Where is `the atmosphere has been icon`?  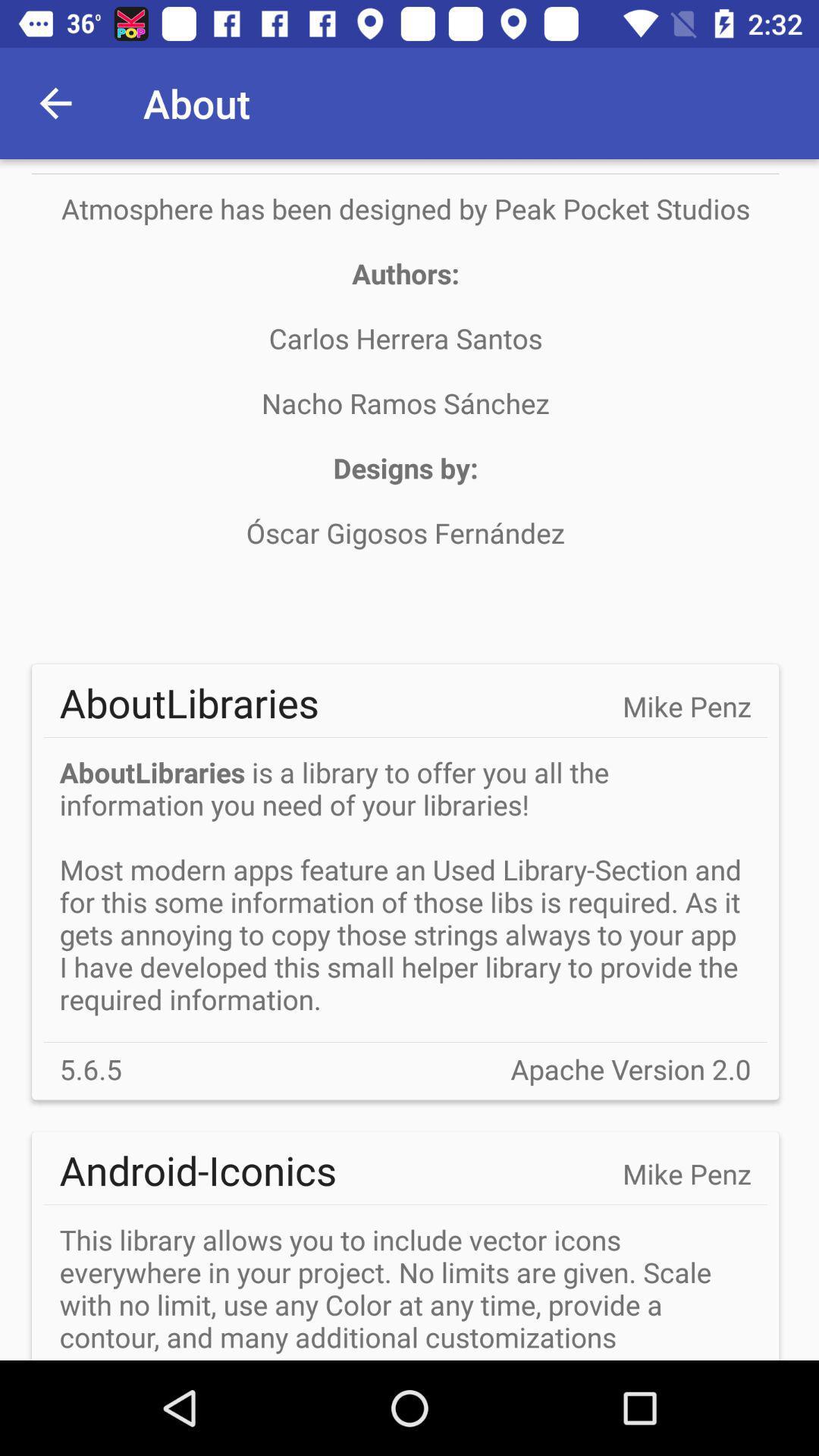
the atmosphere has been icon is located at coordinates (404, 403).